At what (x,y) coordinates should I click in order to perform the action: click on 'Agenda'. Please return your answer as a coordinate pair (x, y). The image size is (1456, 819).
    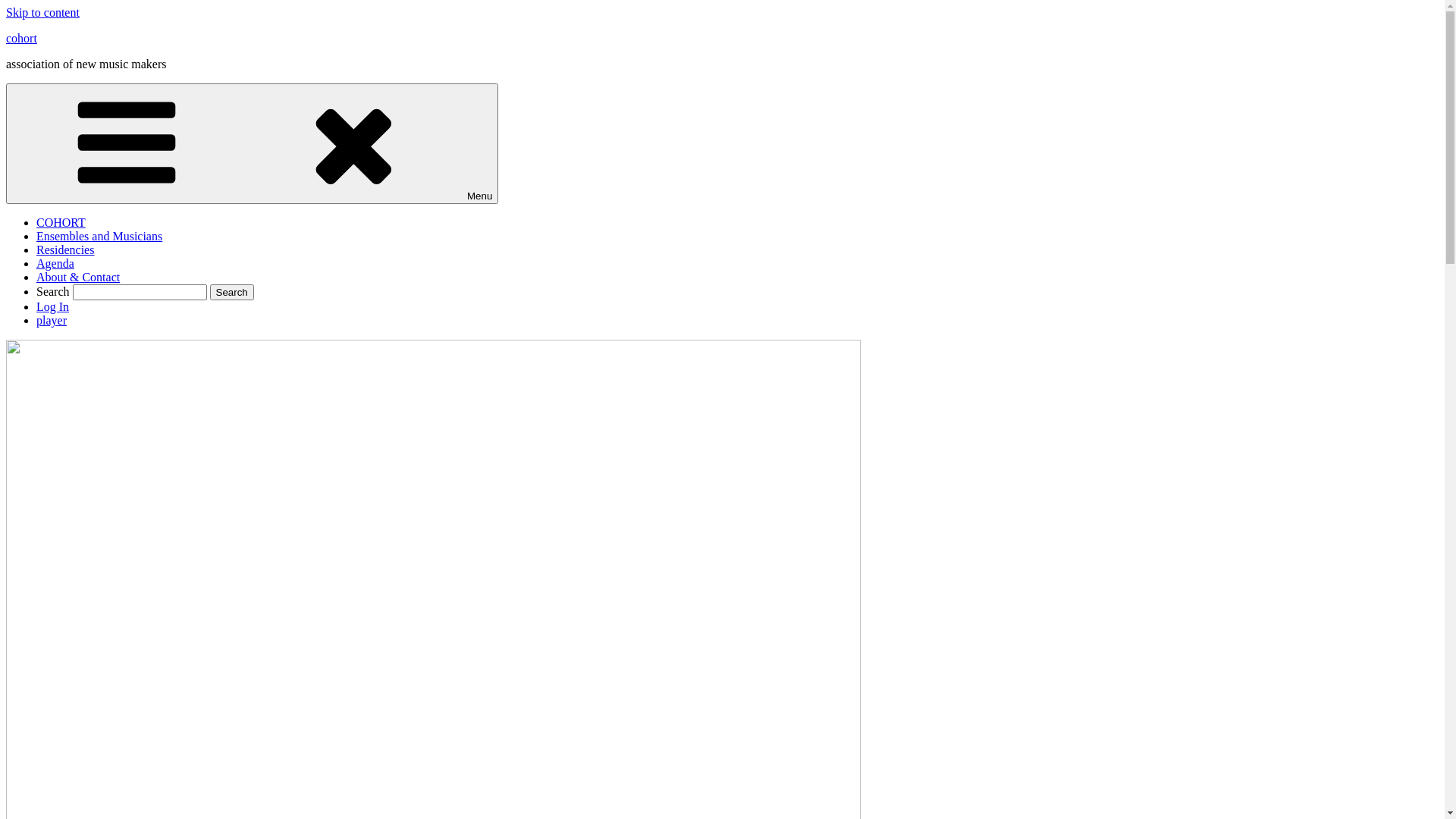
    Looking at the image, I should click on (36, 262).